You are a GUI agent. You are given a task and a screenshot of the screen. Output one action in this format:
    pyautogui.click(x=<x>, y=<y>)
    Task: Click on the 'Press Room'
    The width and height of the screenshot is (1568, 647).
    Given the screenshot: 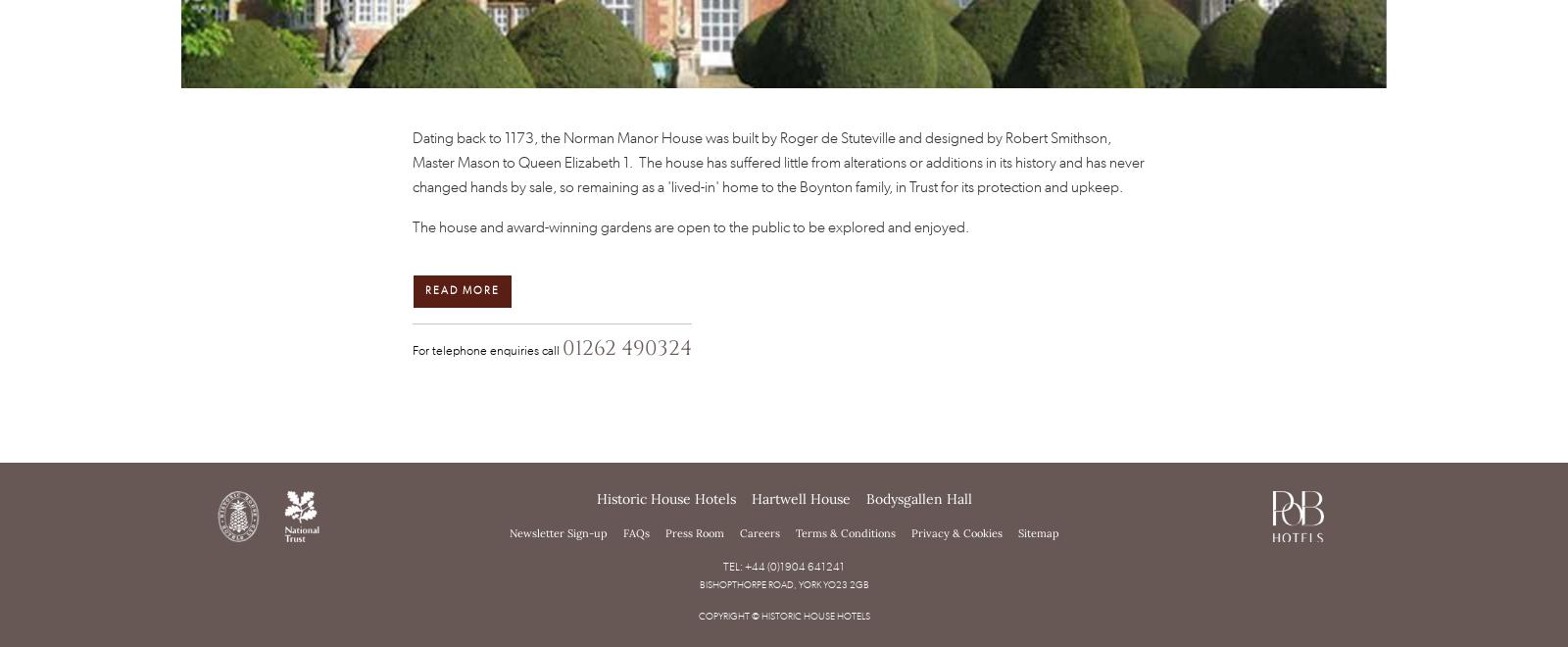 What is the action you would take?
    pyautogui.click(x=694, y=531)
    